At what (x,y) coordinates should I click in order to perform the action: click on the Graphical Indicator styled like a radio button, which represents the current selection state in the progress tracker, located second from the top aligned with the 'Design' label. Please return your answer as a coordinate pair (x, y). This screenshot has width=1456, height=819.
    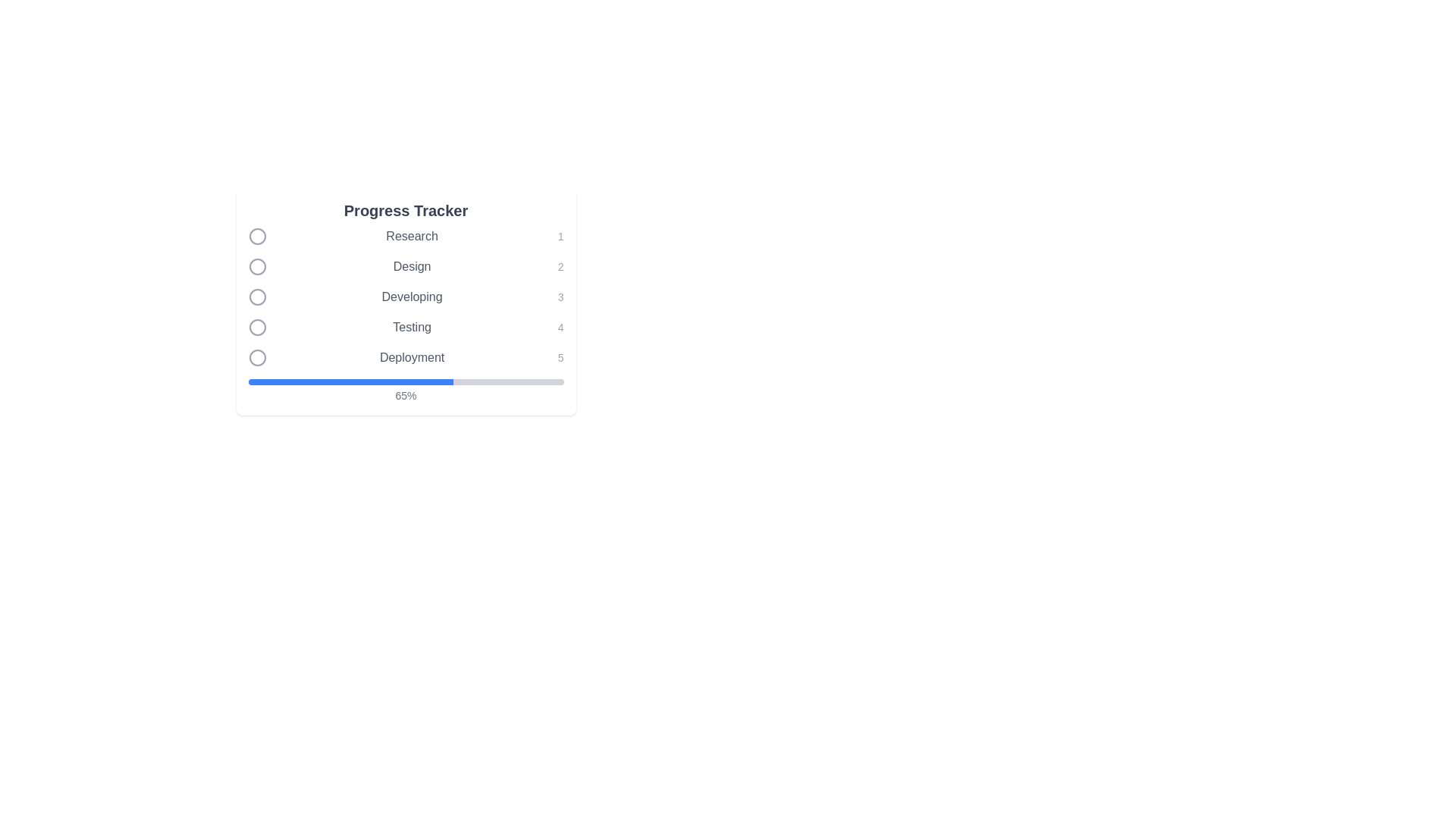
    Looking at the image, I should click on (257, 265).